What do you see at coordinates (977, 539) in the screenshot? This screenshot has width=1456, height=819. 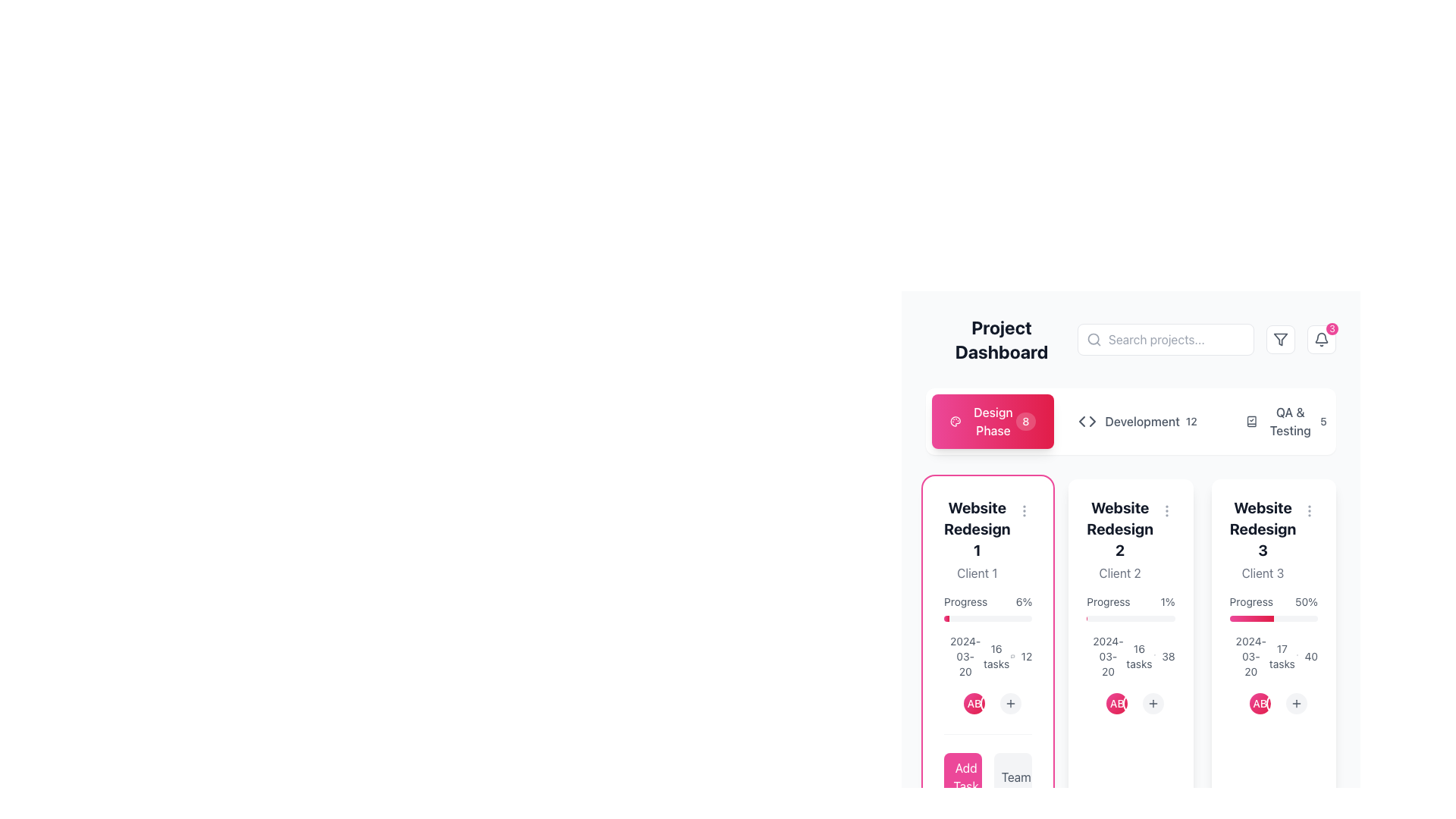 I see `the textual display element that represents the project title 'Website Redesign 1' and its associated client 'Client 1', which is the first in a series of project listing blocks` at bounding box center [977, 539].